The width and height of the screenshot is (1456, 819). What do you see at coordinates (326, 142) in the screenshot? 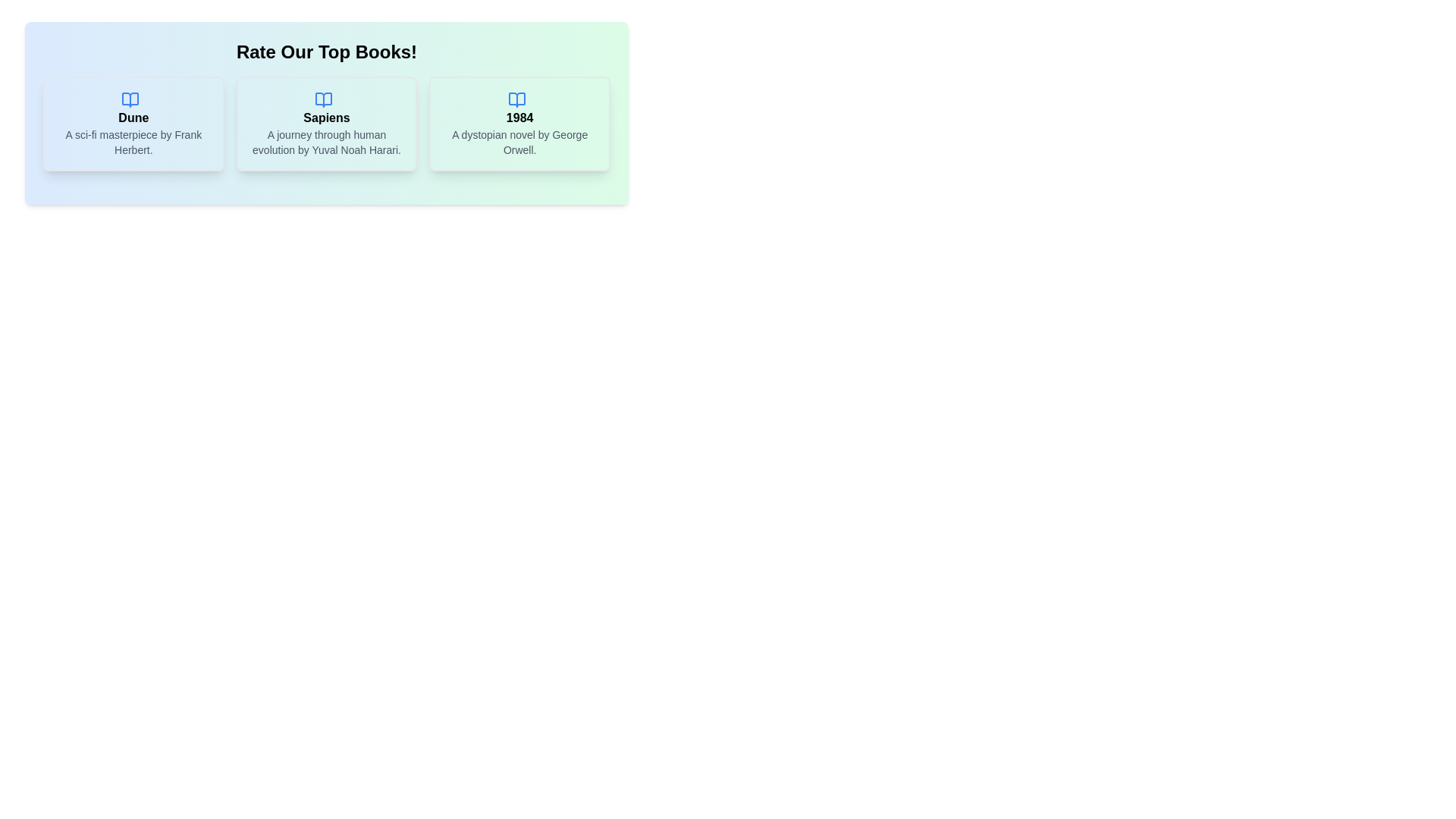
I see `text label that displays 'A journey through human evolution by Yuval Noah Harari.' which is located beneath the title 'Sapiens' in the second card of a horizontal row` at bounding box center [326, 142].